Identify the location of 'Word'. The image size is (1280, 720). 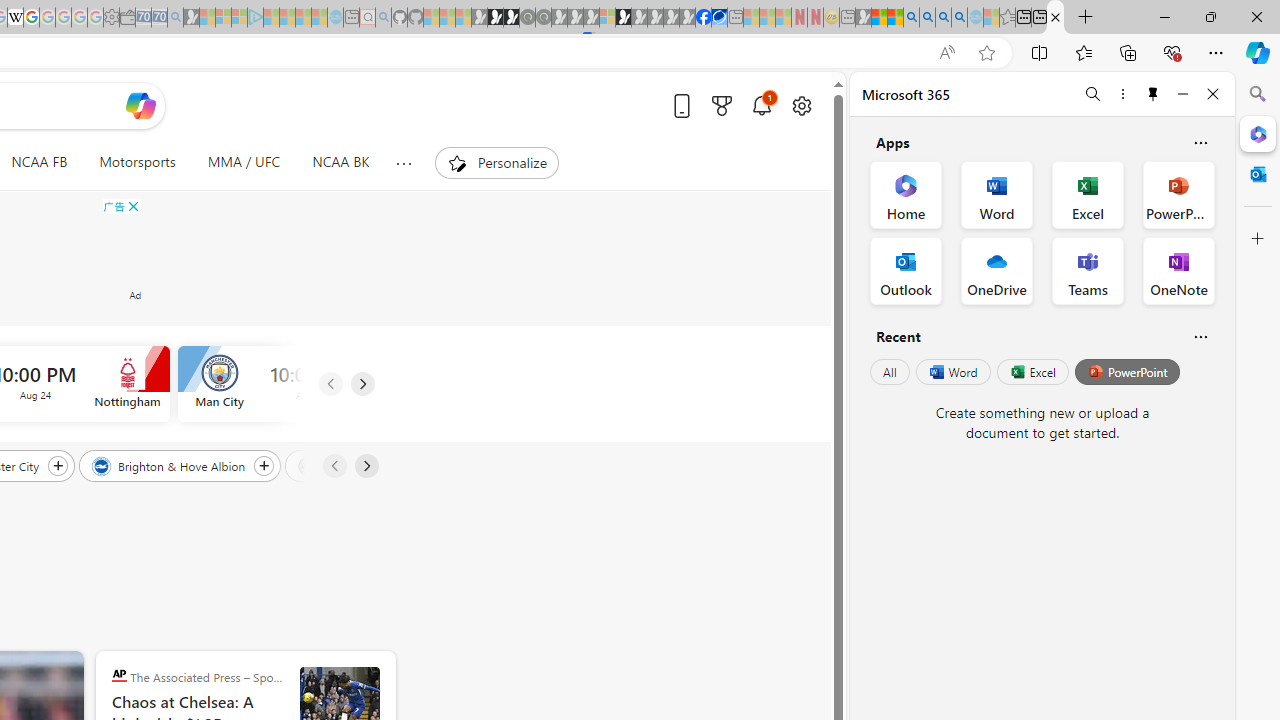
(951, 372).